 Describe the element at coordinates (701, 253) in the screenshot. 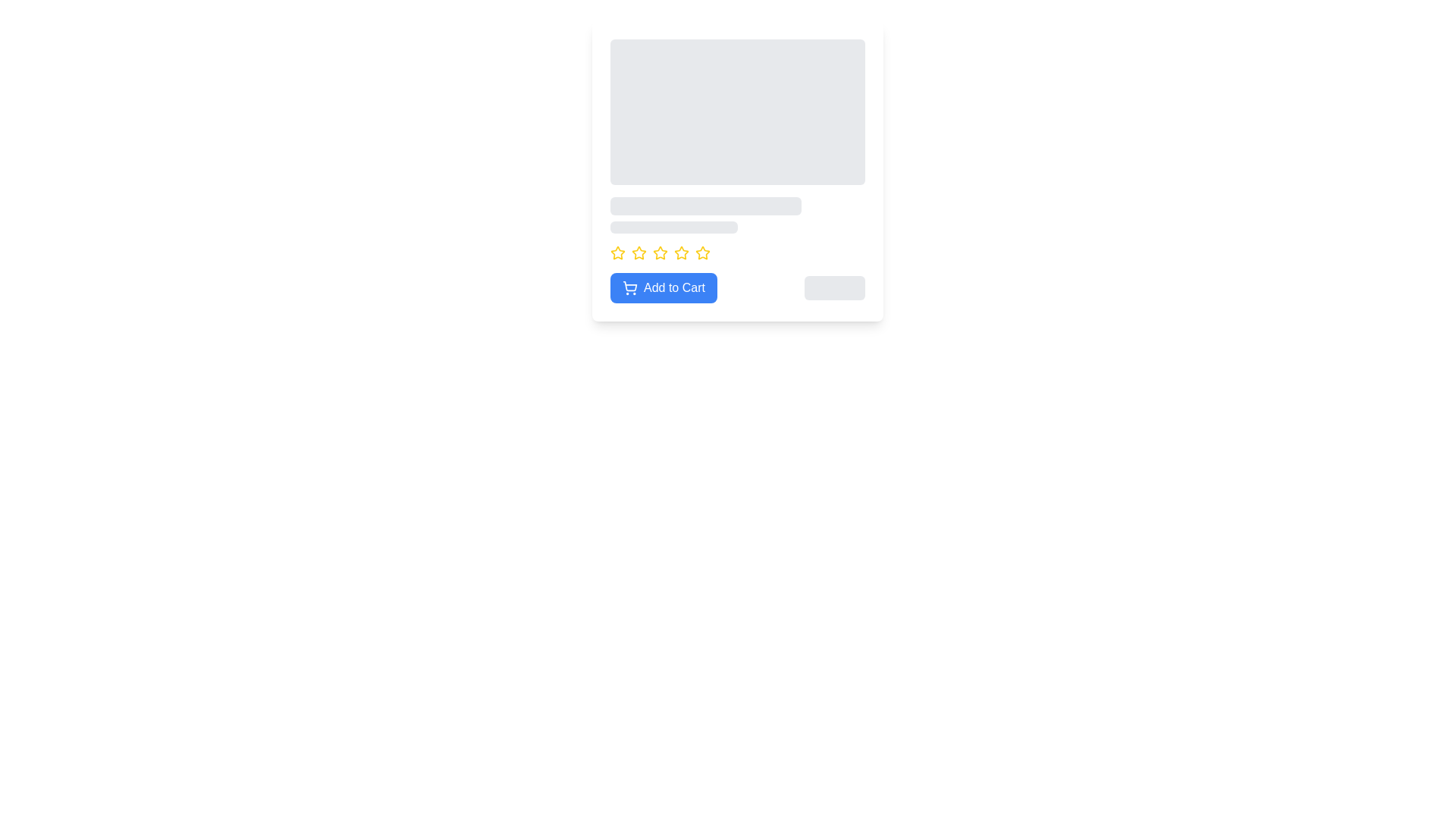

I see `the last star icon in the horizontal row of nine yellow stars` at that location.